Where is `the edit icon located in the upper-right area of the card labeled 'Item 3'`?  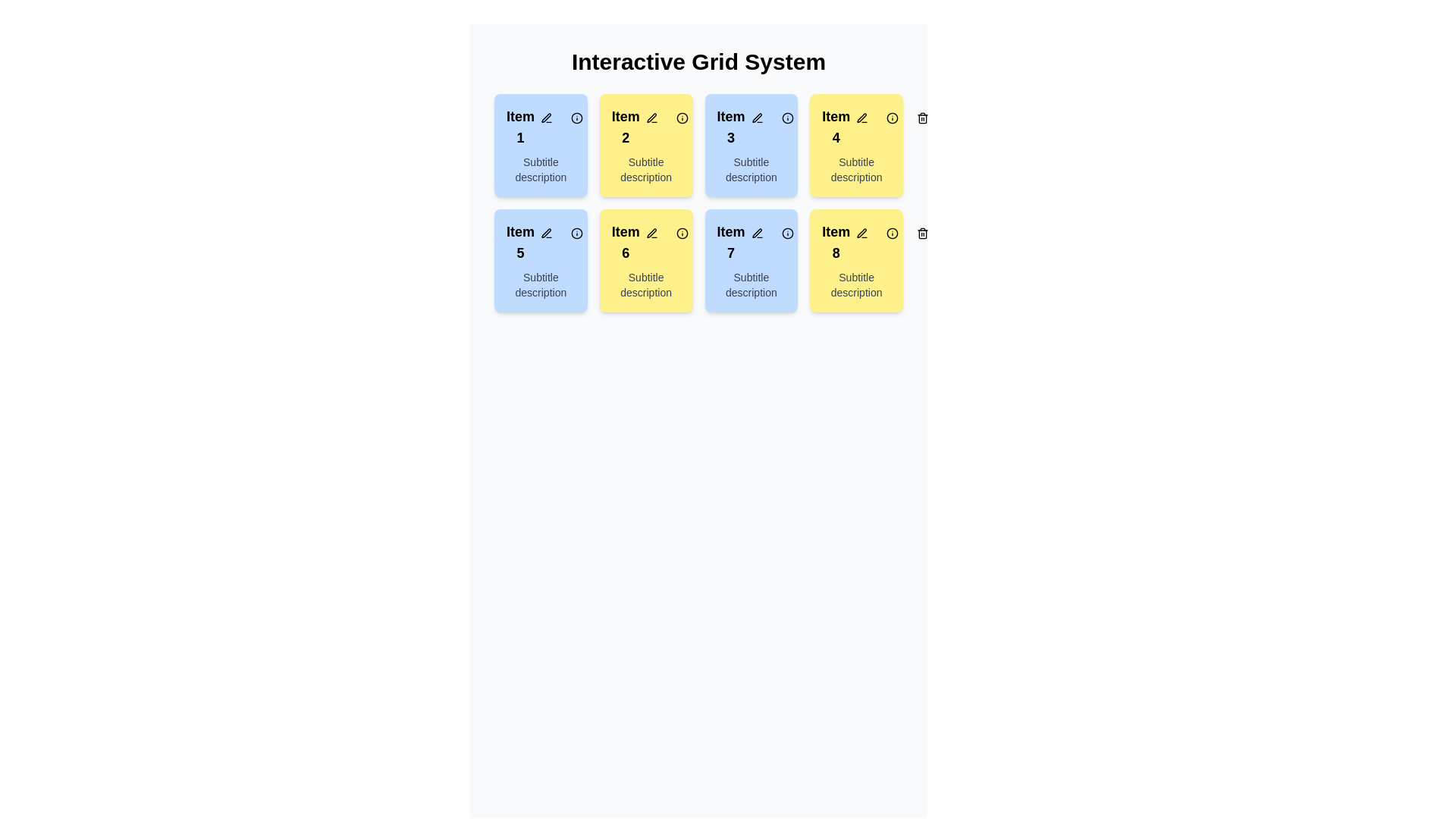 the edit icon located in the upper-right area of the card labeled 'Item 3' is located at coordinates (757, 116).